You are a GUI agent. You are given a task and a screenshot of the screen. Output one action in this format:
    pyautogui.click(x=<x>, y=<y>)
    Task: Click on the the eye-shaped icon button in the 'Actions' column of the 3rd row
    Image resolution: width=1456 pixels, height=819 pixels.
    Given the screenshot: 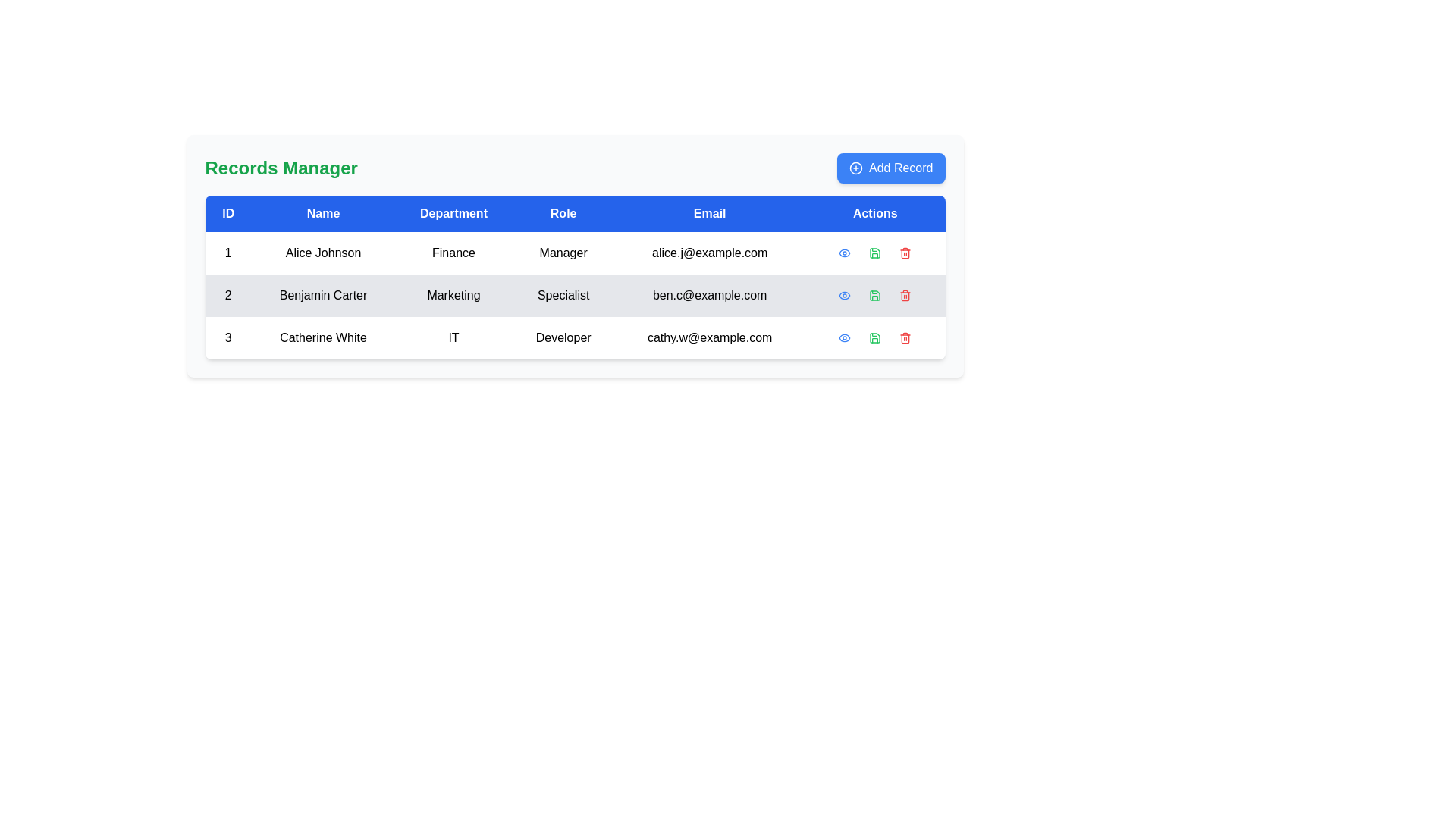 What is the action you would take?
    pyautogui.click(x=844, y=295)
    